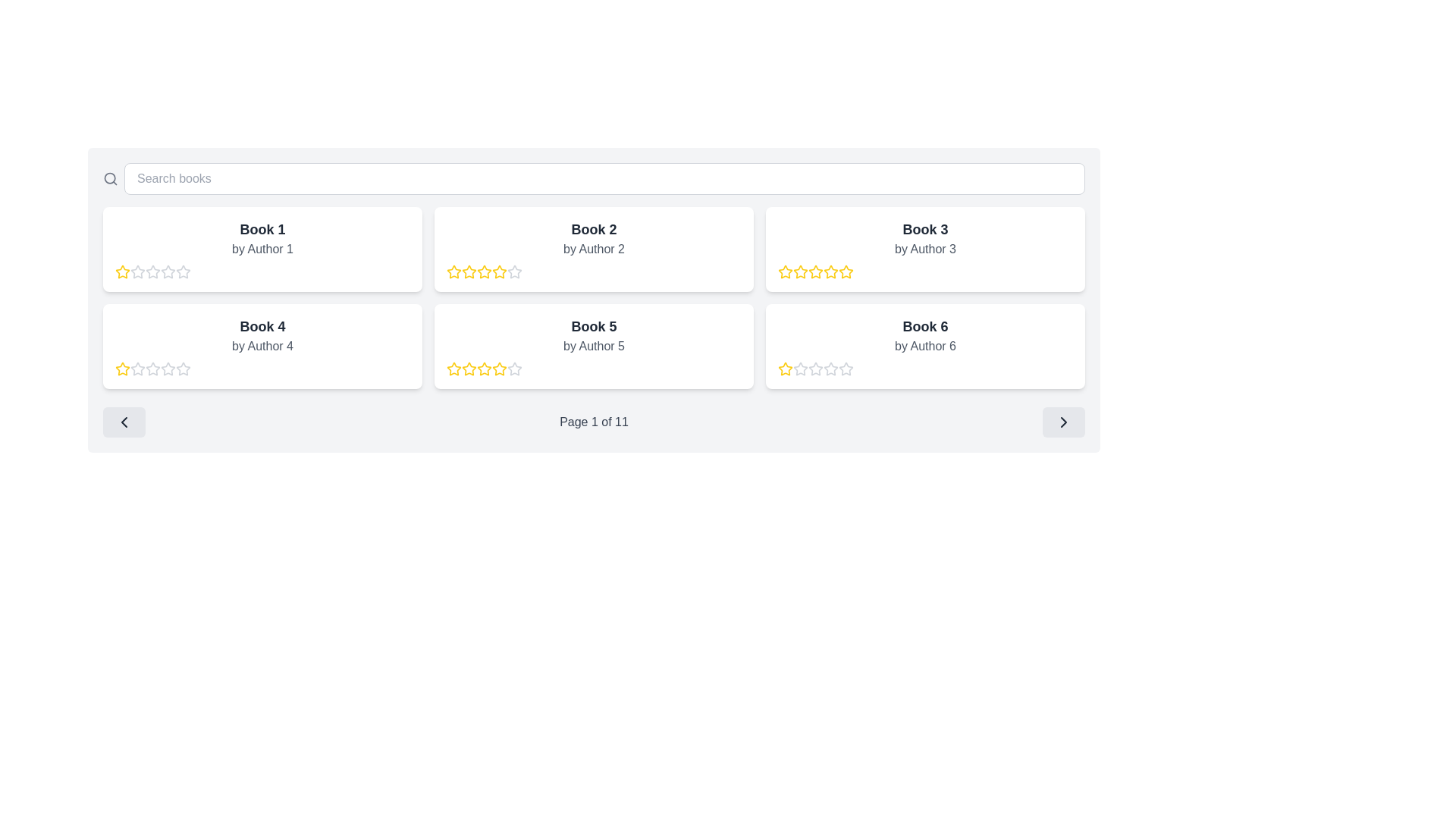 This screenshot has height=819, width=1456. I want to click on the fifth star icon with a yellow border in the rating system for 'Book 3 by Author 3', so click(830, 271).